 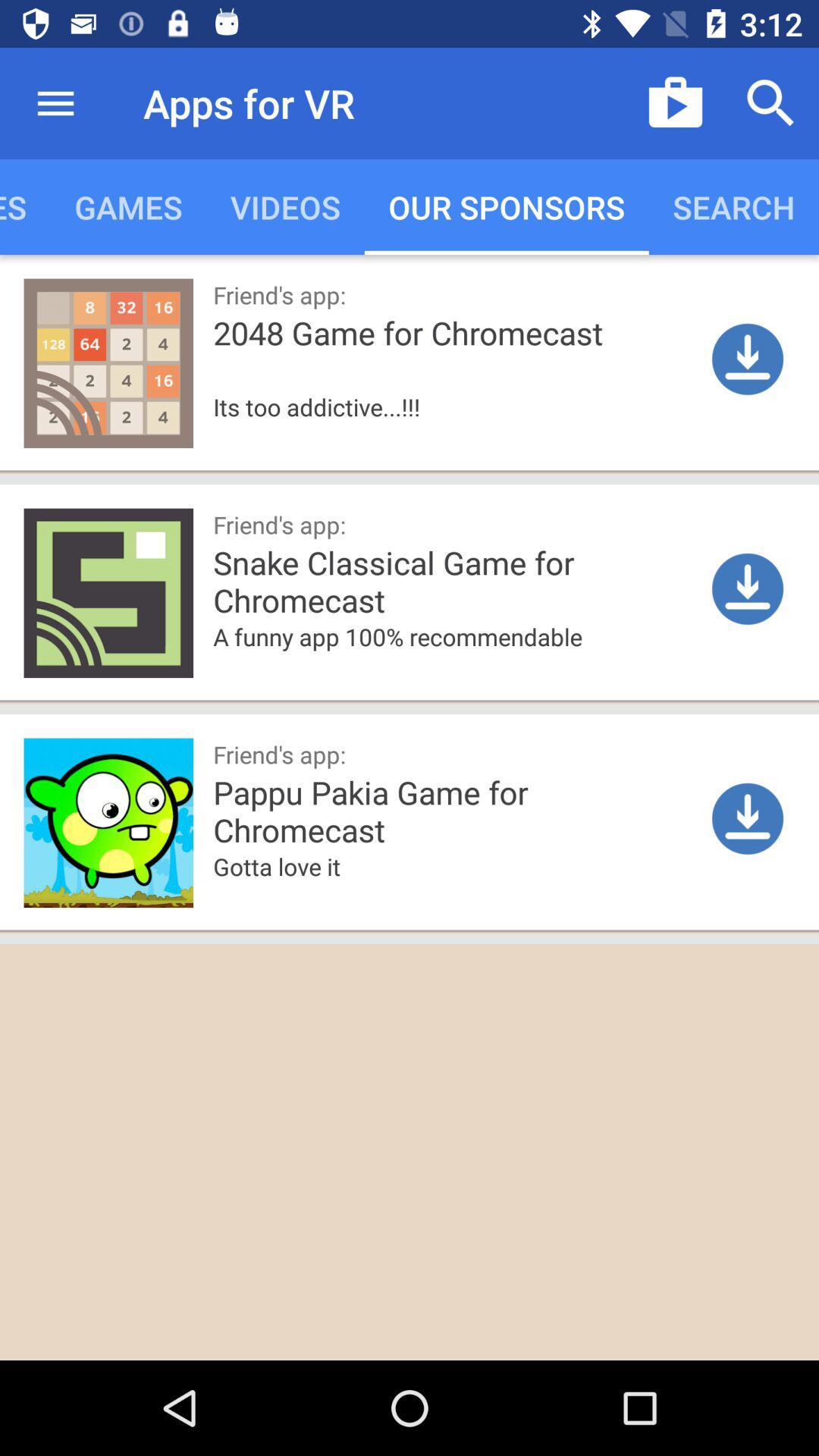 I want to click on the pappu pakia game, so click(x=509, y=809).